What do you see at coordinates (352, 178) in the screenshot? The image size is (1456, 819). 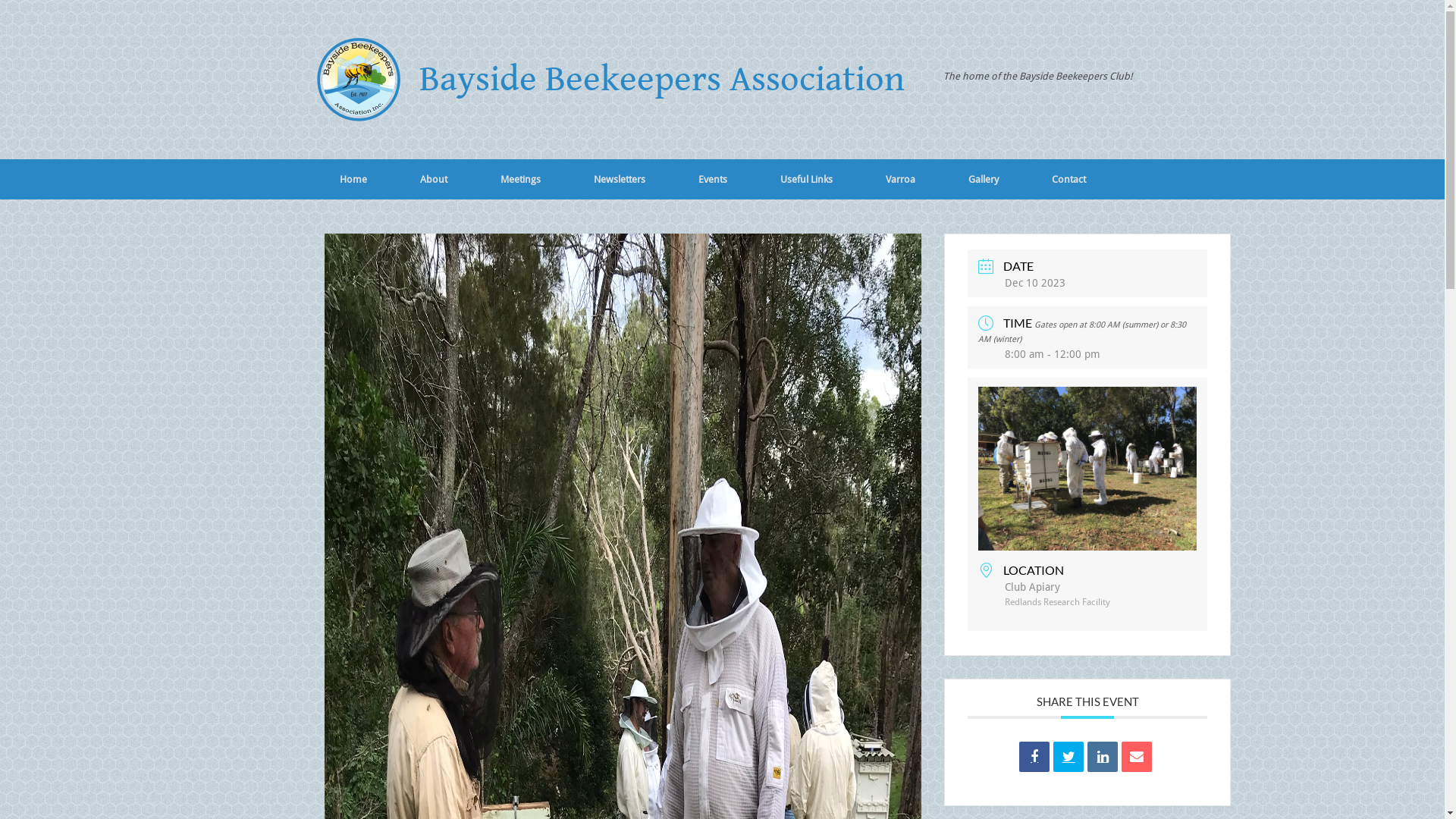 I see `'Home'` at bounding box center [352, 178].